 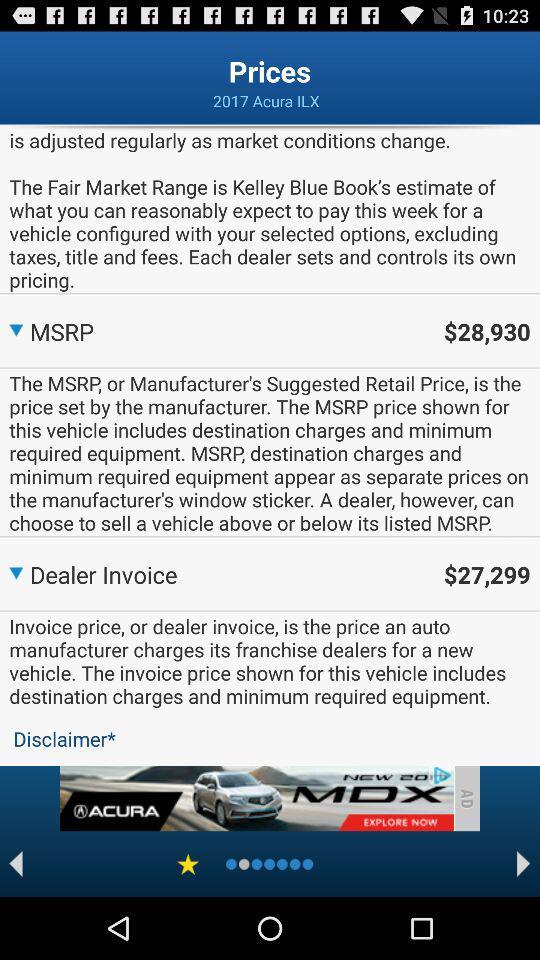 I want to click on previous page, so click(x=15, y=863).